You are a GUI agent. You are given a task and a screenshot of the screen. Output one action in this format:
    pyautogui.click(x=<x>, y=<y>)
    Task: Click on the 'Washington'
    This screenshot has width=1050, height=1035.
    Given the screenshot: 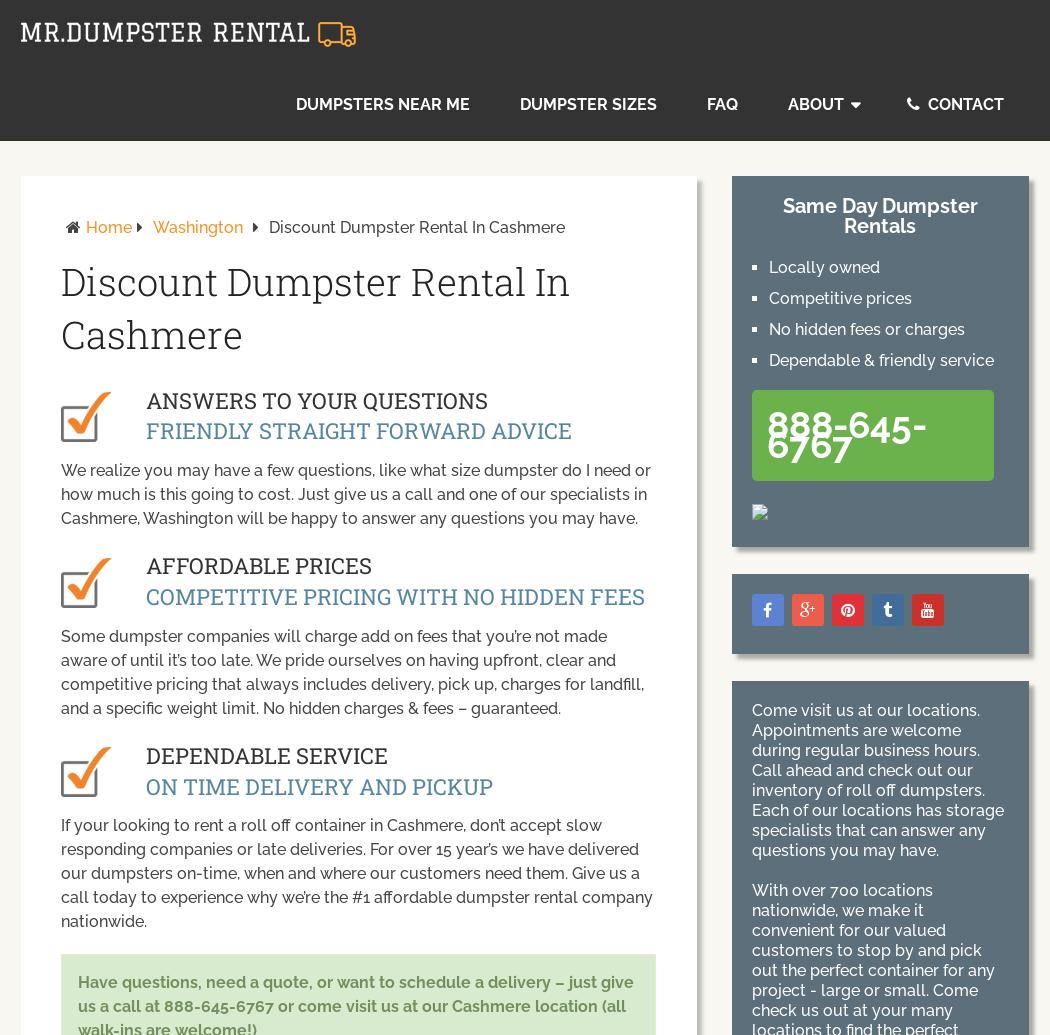 What is the action you would take?
    pyautogui.click(x=197, y=227)
    